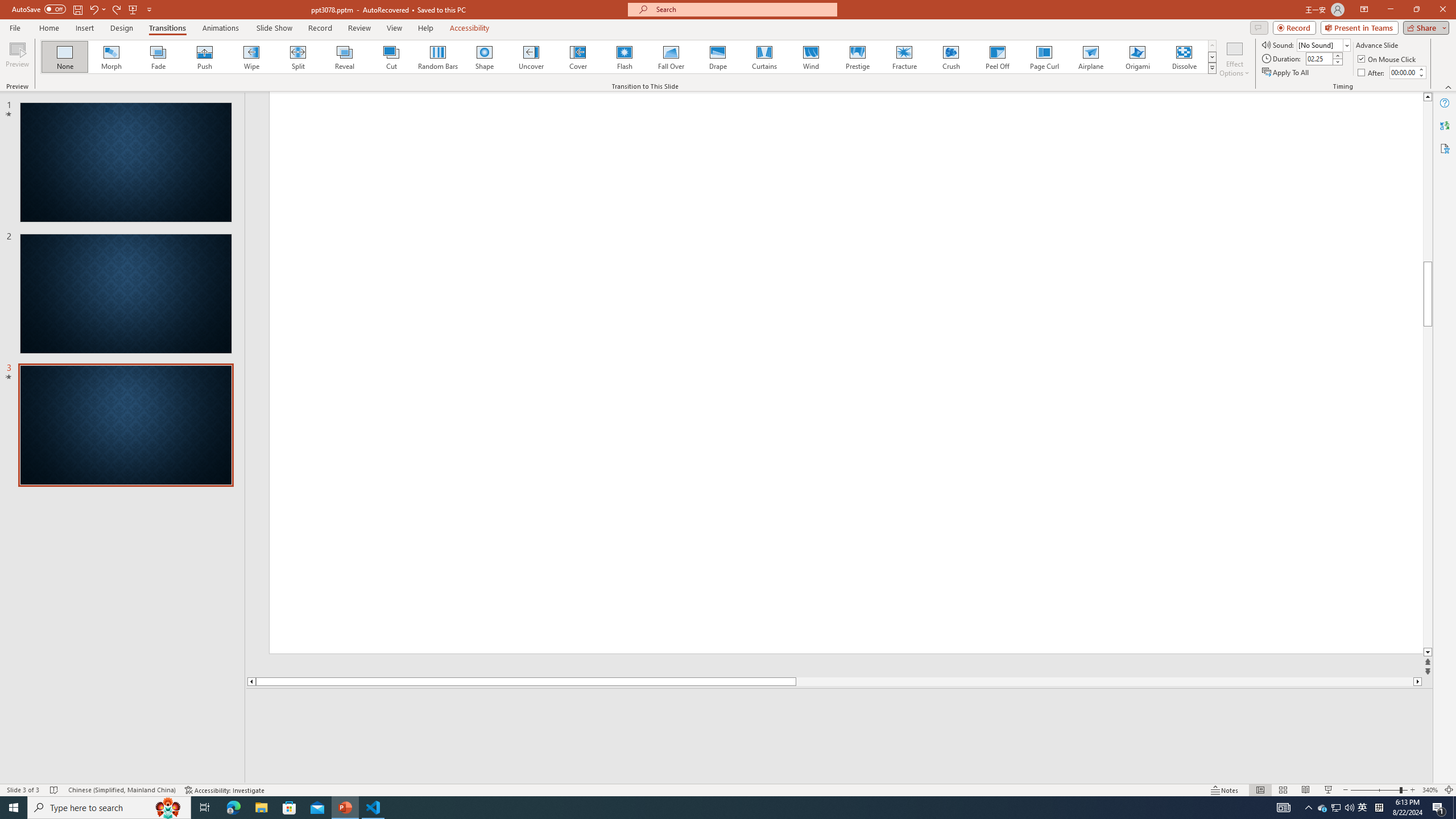 Image resolution: width=1456 pixels, height=819 pixels. Describe the element at coordinates (950, 56) in the screenshot. I see `'Crush'` at that location.